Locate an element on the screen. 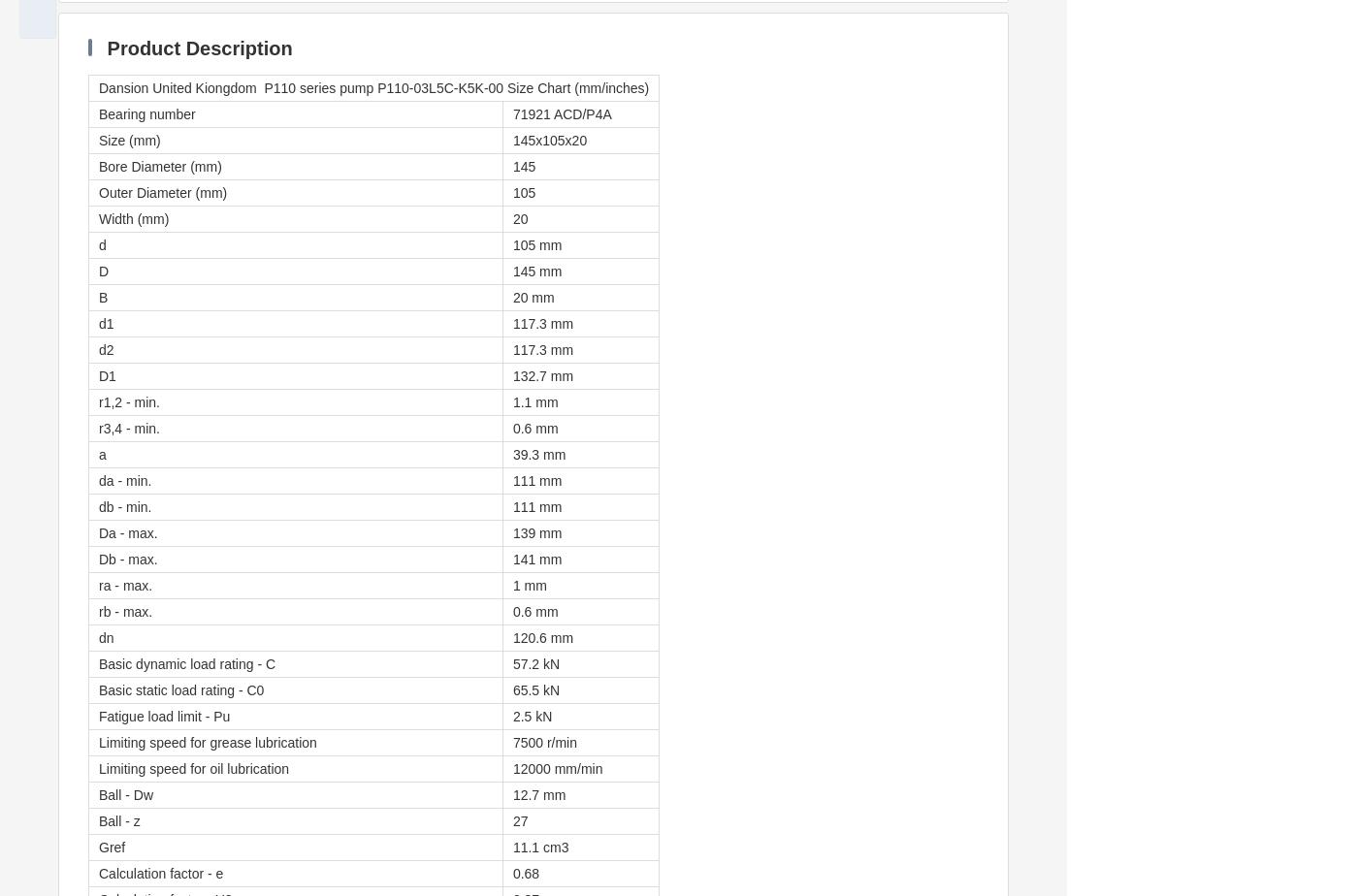 This screenshot has width=1359, height=896. 'Ball - Dw' is located at coordinates (125, 794).